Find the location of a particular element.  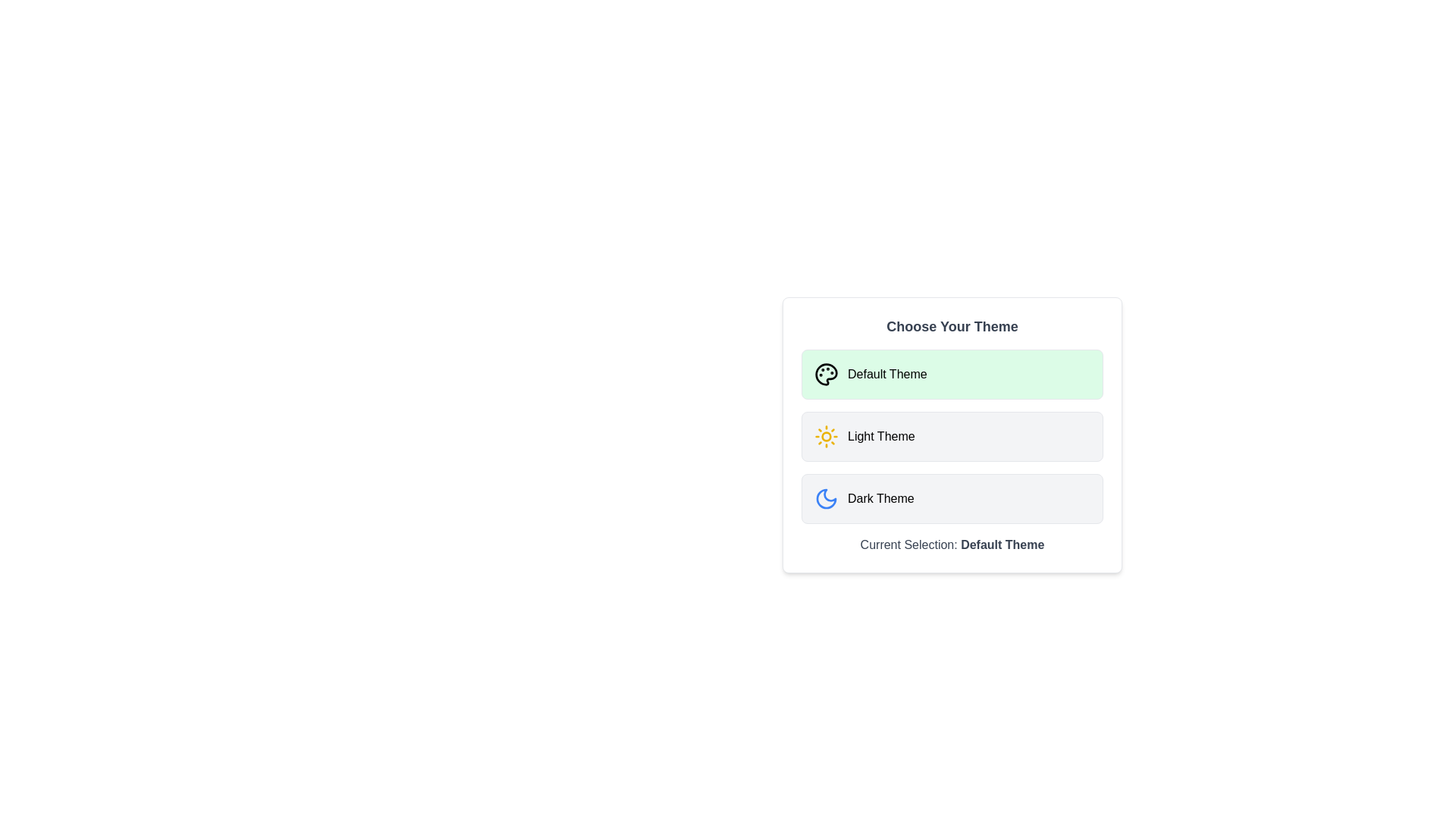

the button corresponding to the theme Default Theme to observe its hover and focus effects is located at coordinates (952, 374).